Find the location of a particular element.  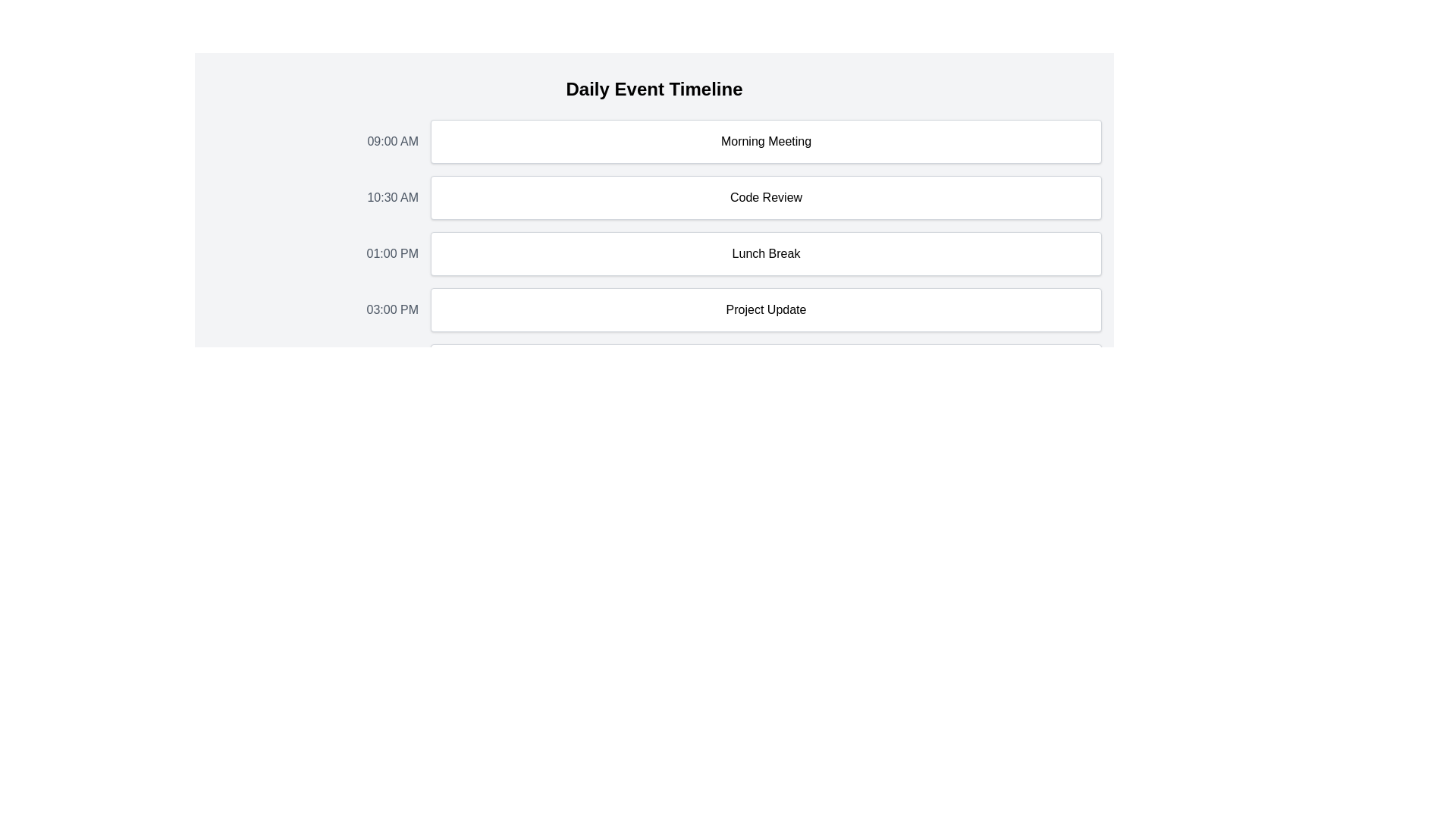

details of the Timeline Event Display which shows the scheduled time and title of the event located between the 'Morning Meeting' and 'Lunch Break' events is located at coordinates (654, 197).